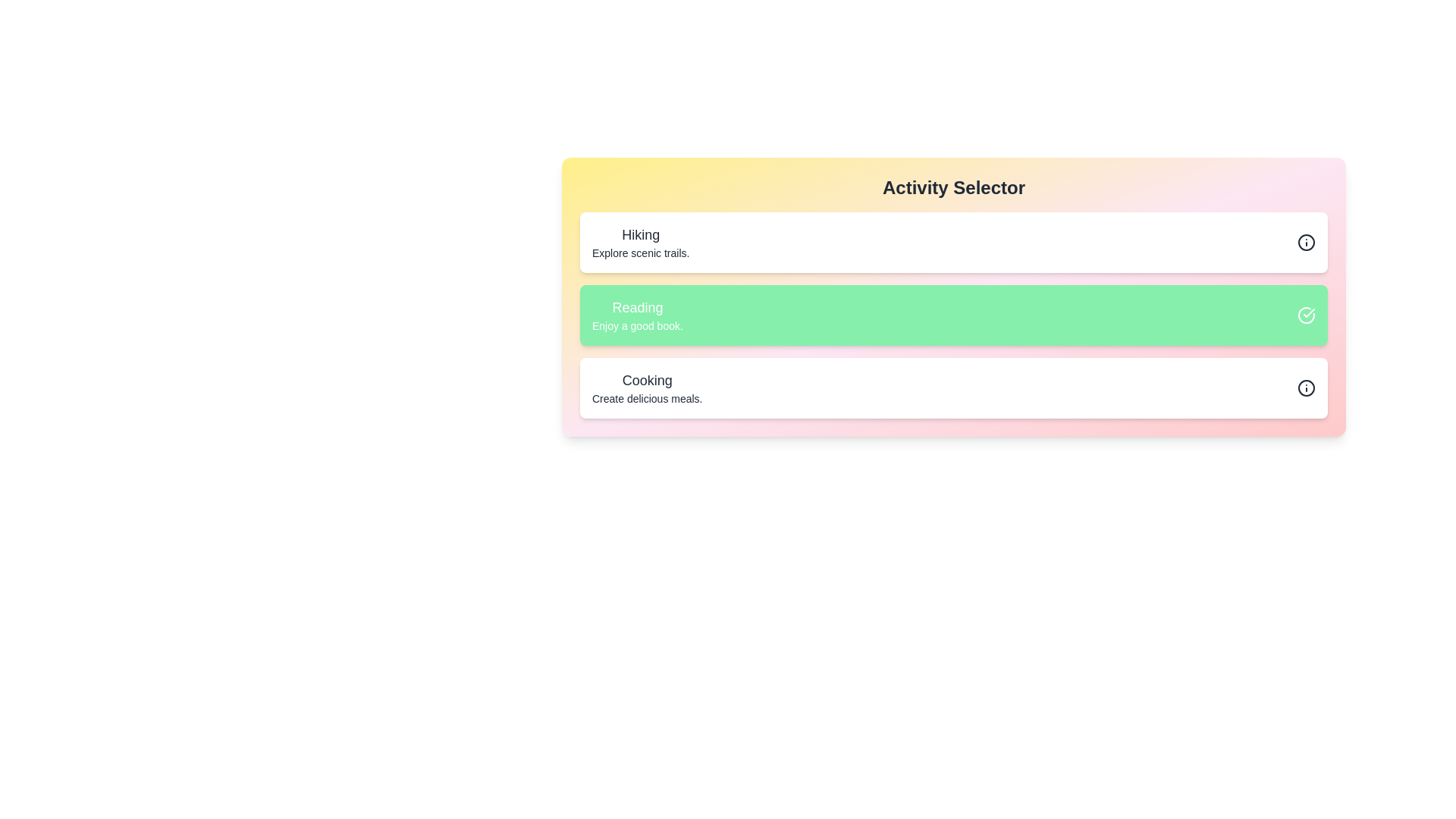 The width and height of the screenshot is (1456, 819). I want to click on the activity 'Cooking' by clicking on its list item, so click(648, 388).